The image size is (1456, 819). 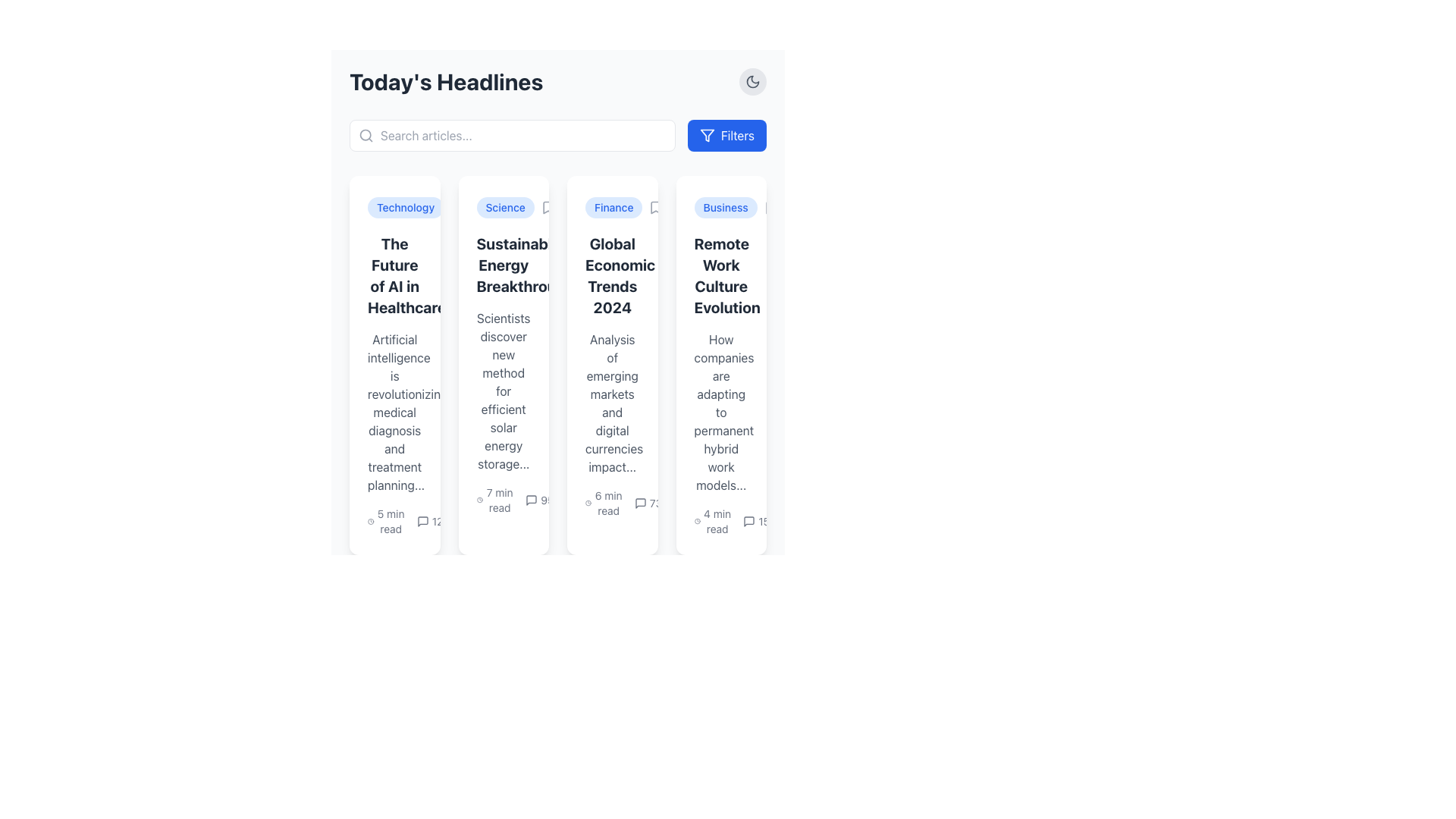 What do you see at coordinates (607, 500) in the screenshot?
I see `the thumbs-up icon located at the bottom of the information card for the article titled 'Global Economic Trends 2024', which is visually represented as a thumbs-up icon for liking or approving content` at bounding box center [607, 500].